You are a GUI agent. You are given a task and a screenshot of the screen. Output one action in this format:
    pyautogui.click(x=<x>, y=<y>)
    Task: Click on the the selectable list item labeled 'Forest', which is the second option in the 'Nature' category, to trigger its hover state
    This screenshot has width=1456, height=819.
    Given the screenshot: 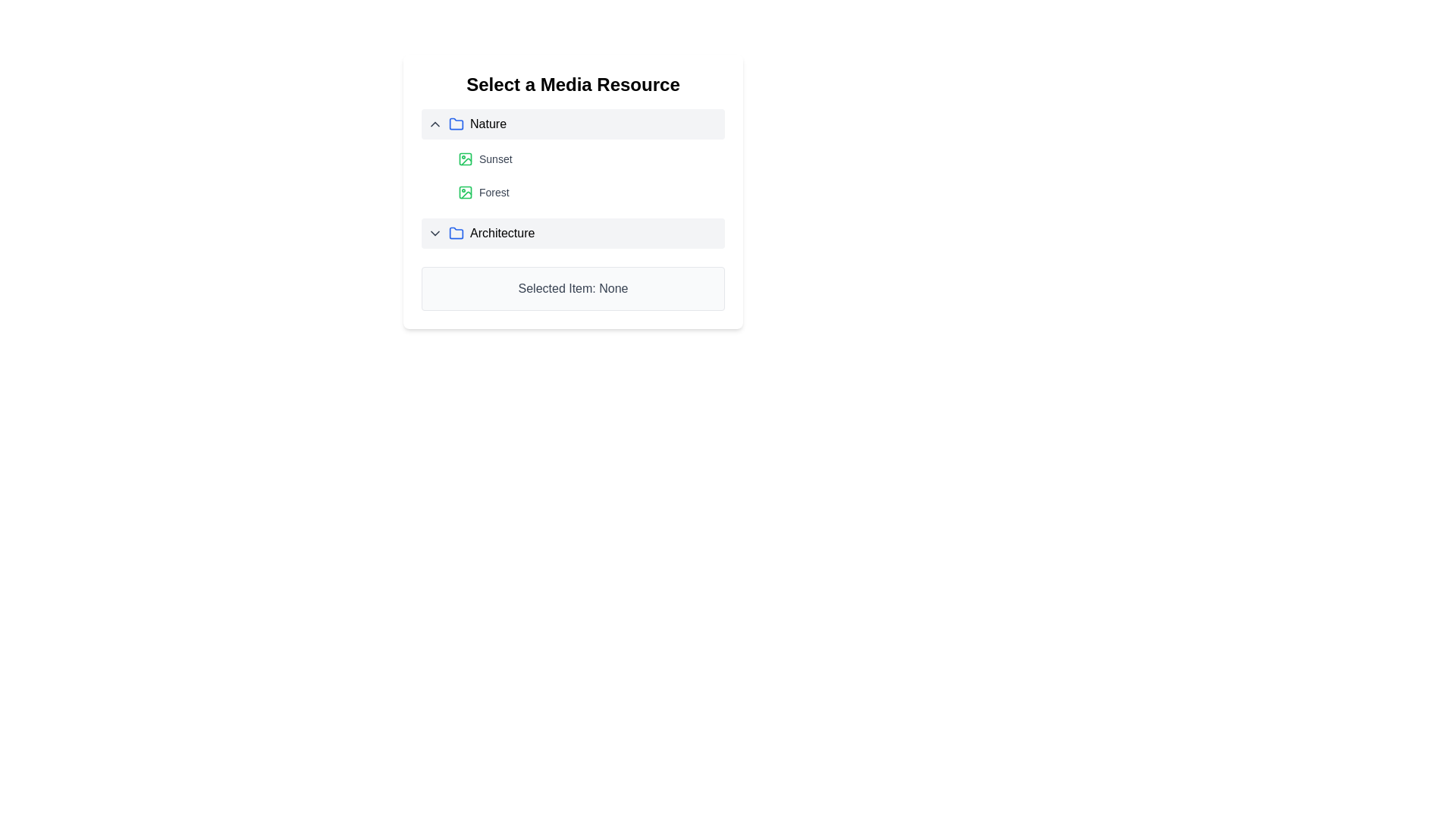 What is the action you would take?
    pyautogui.click(x=588, y=192)
    